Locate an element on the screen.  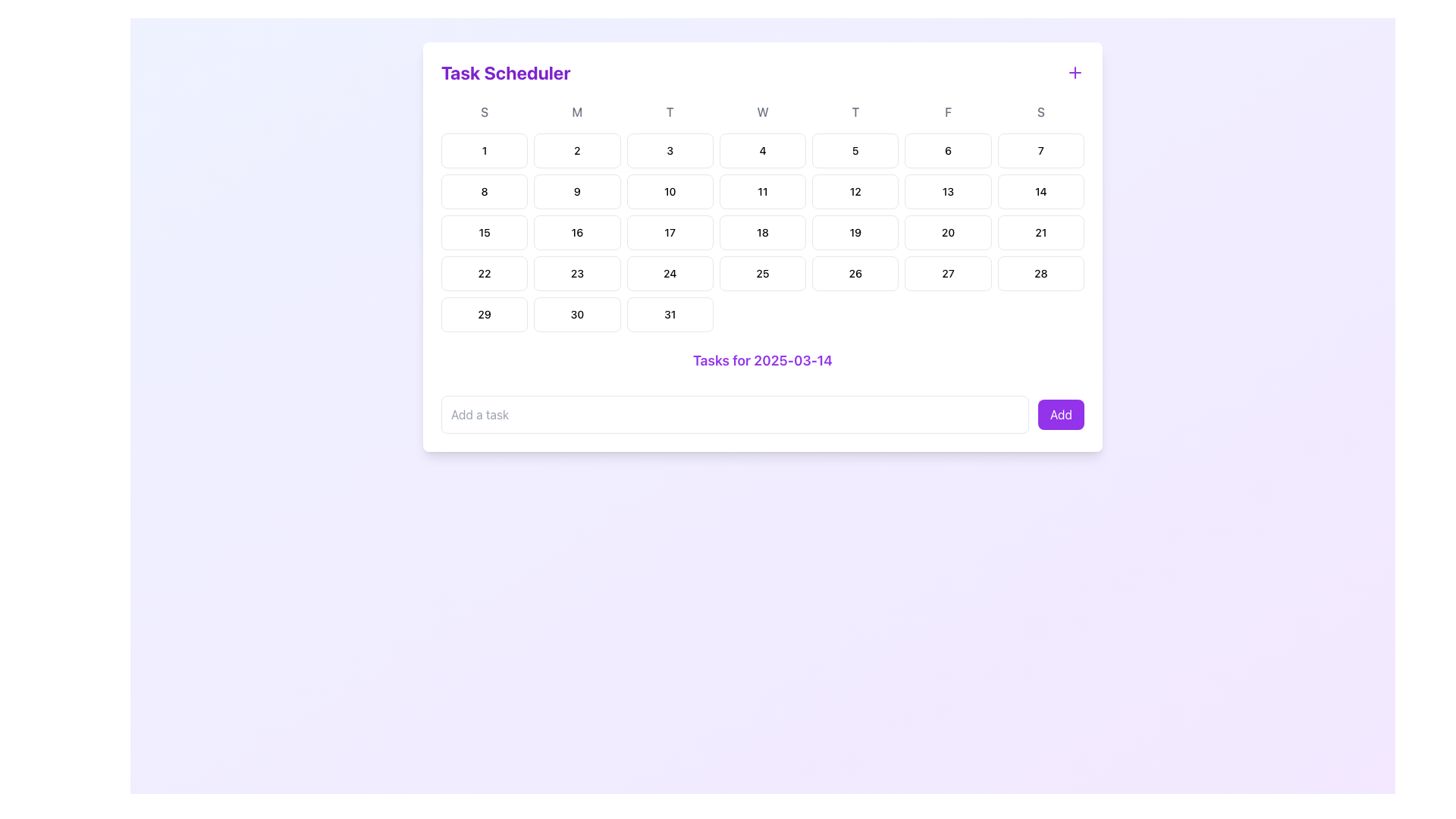
the single-character text 'S' in the calendar header row to understand the column's weekday, positioned in the top-right corner adjacent to 'F' is located at coordinates (1040, 111).